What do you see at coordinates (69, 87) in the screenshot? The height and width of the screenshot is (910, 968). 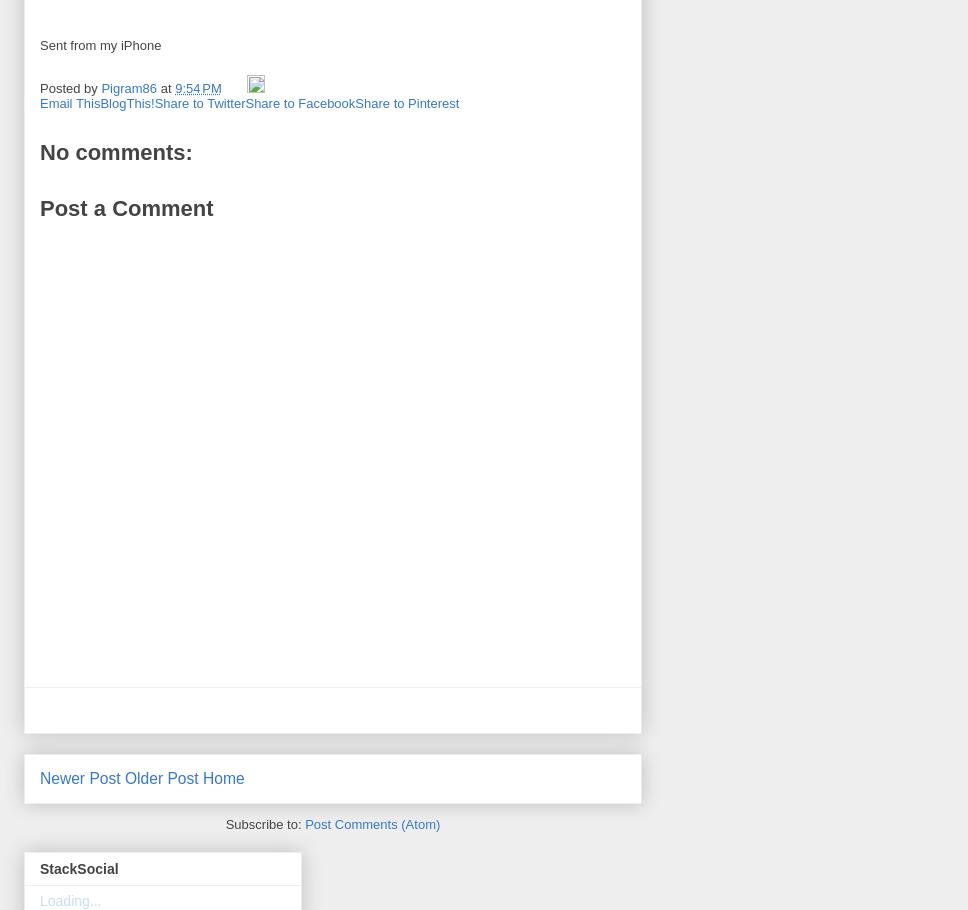 I see `'Posted by'` at bounding box center [69, 87].